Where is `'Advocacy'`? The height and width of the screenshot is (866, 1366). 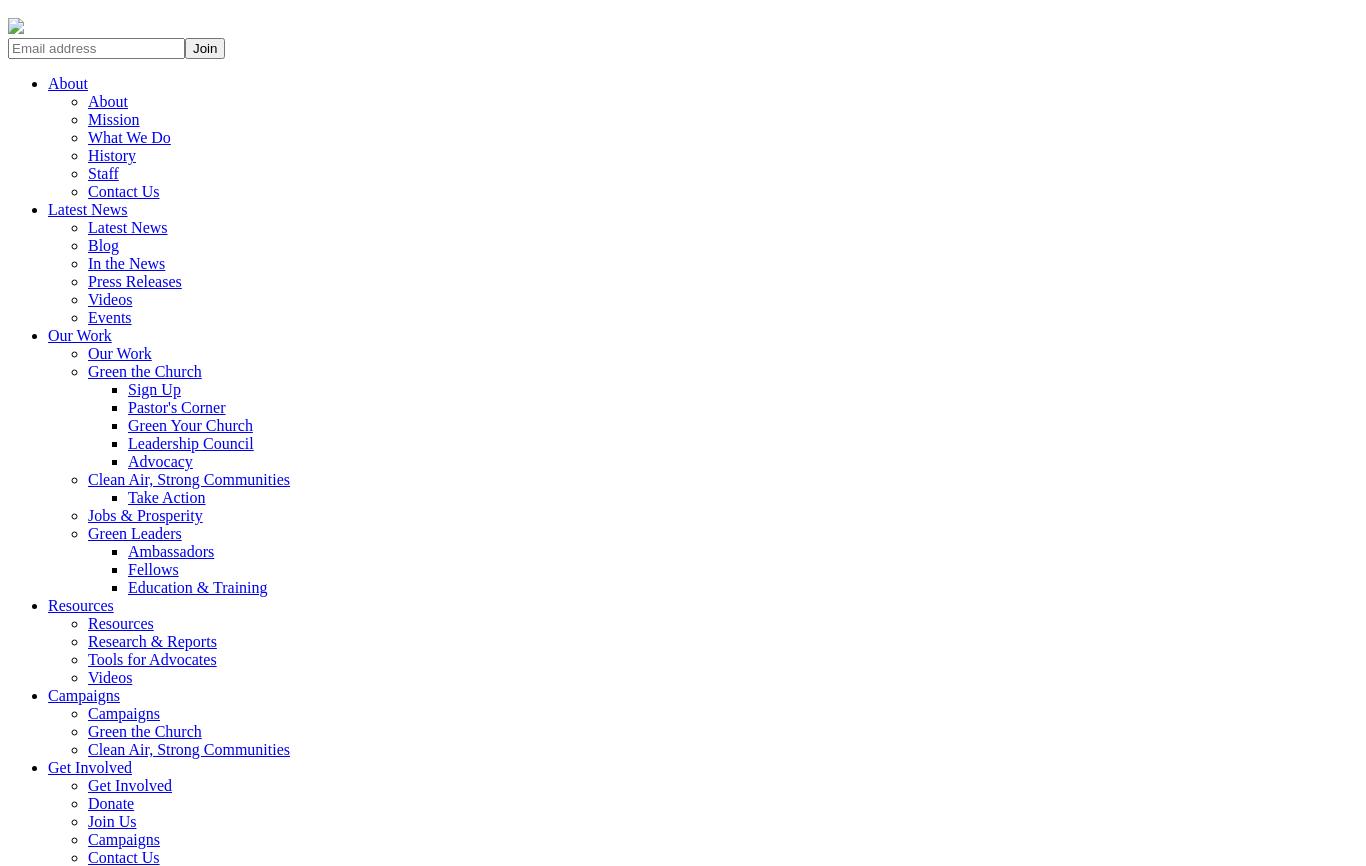
'Advocacy' is located at coordinates (126, 461).